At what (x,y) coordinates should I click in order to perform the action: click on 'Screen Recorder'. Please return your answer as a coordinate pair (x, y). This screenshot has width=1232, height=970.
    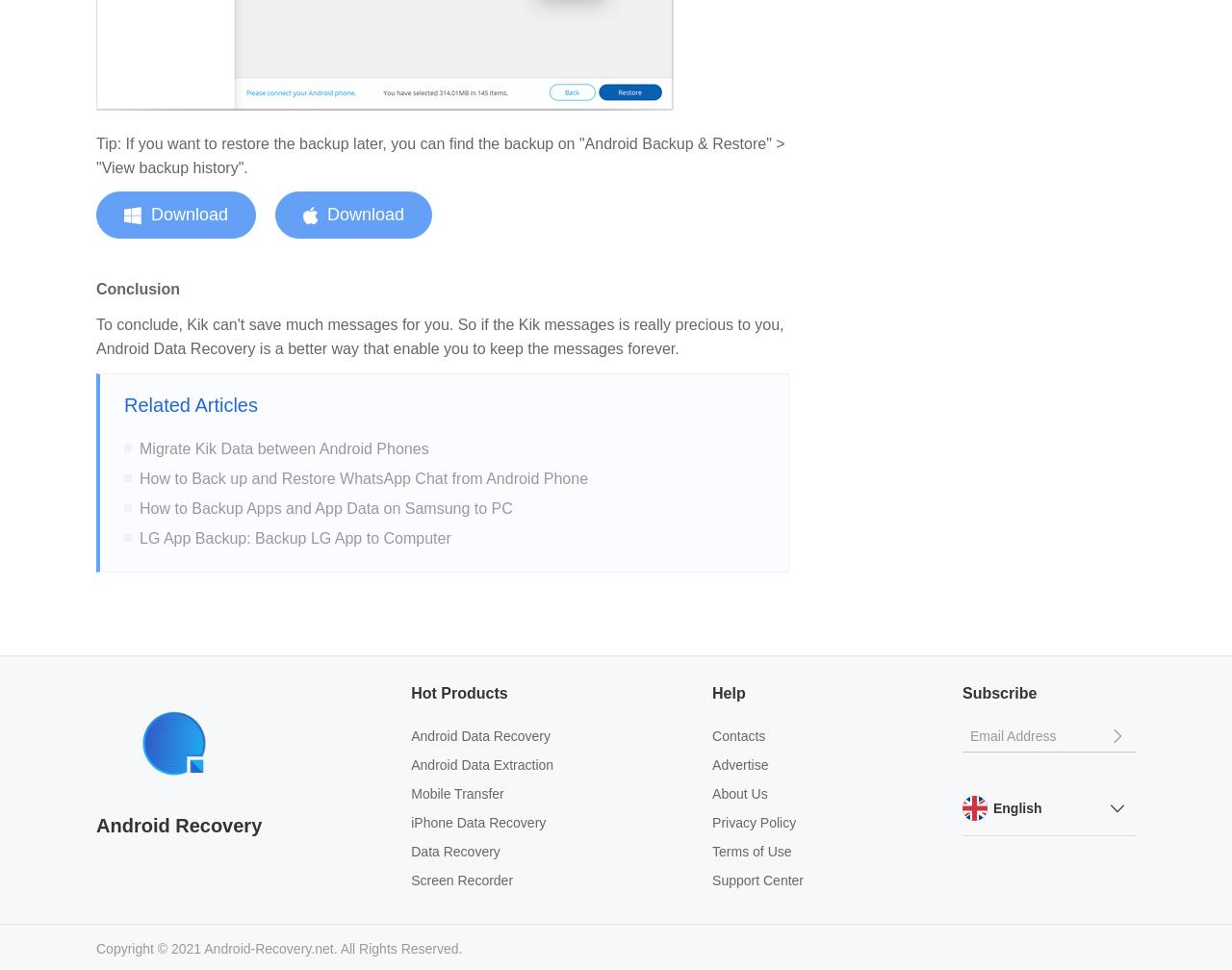
    Looking at the image, I should click on (462, 879).